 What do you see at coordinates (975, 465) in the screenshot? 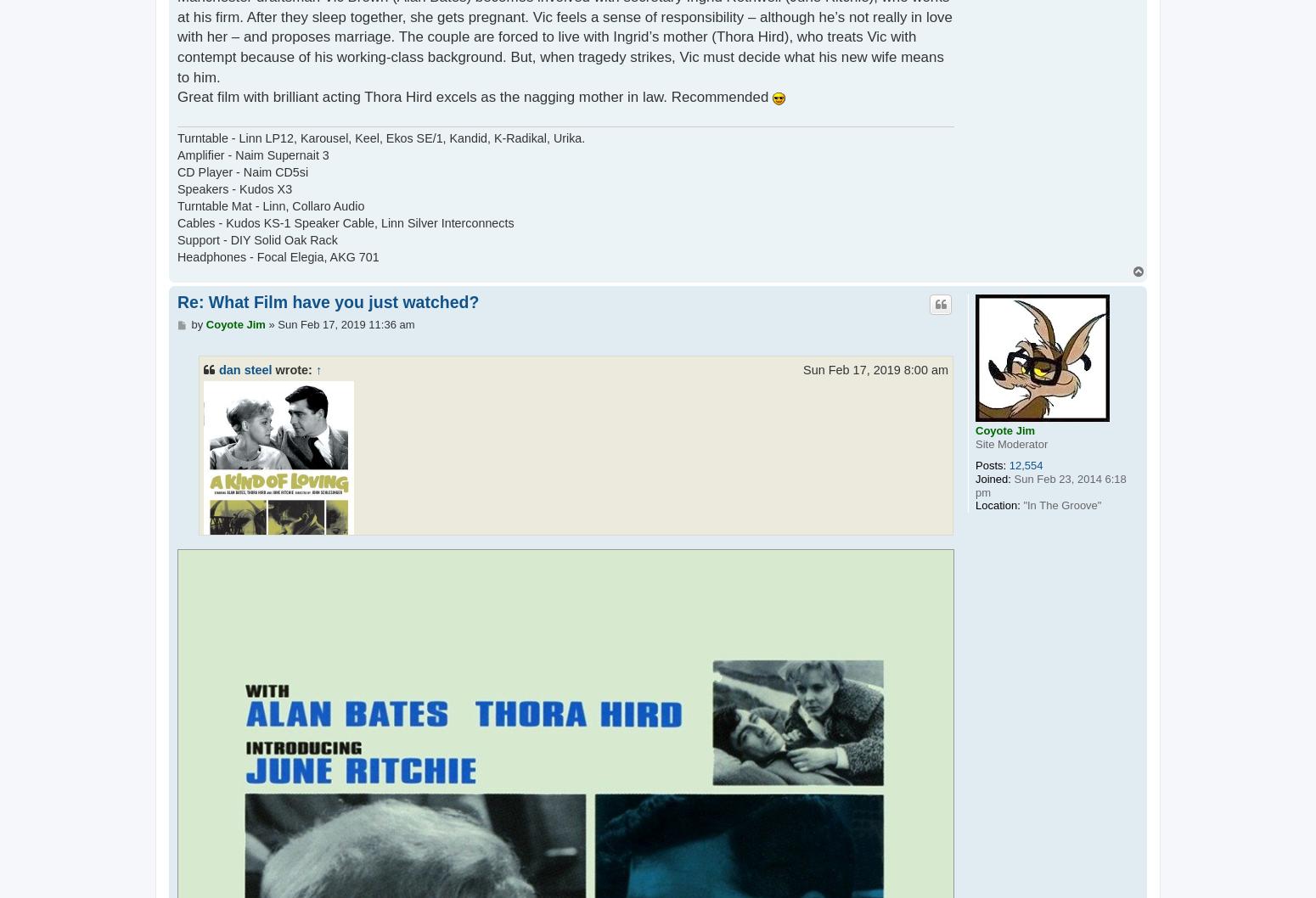
I see `'Posts:'` at bounding box center [975, 465].